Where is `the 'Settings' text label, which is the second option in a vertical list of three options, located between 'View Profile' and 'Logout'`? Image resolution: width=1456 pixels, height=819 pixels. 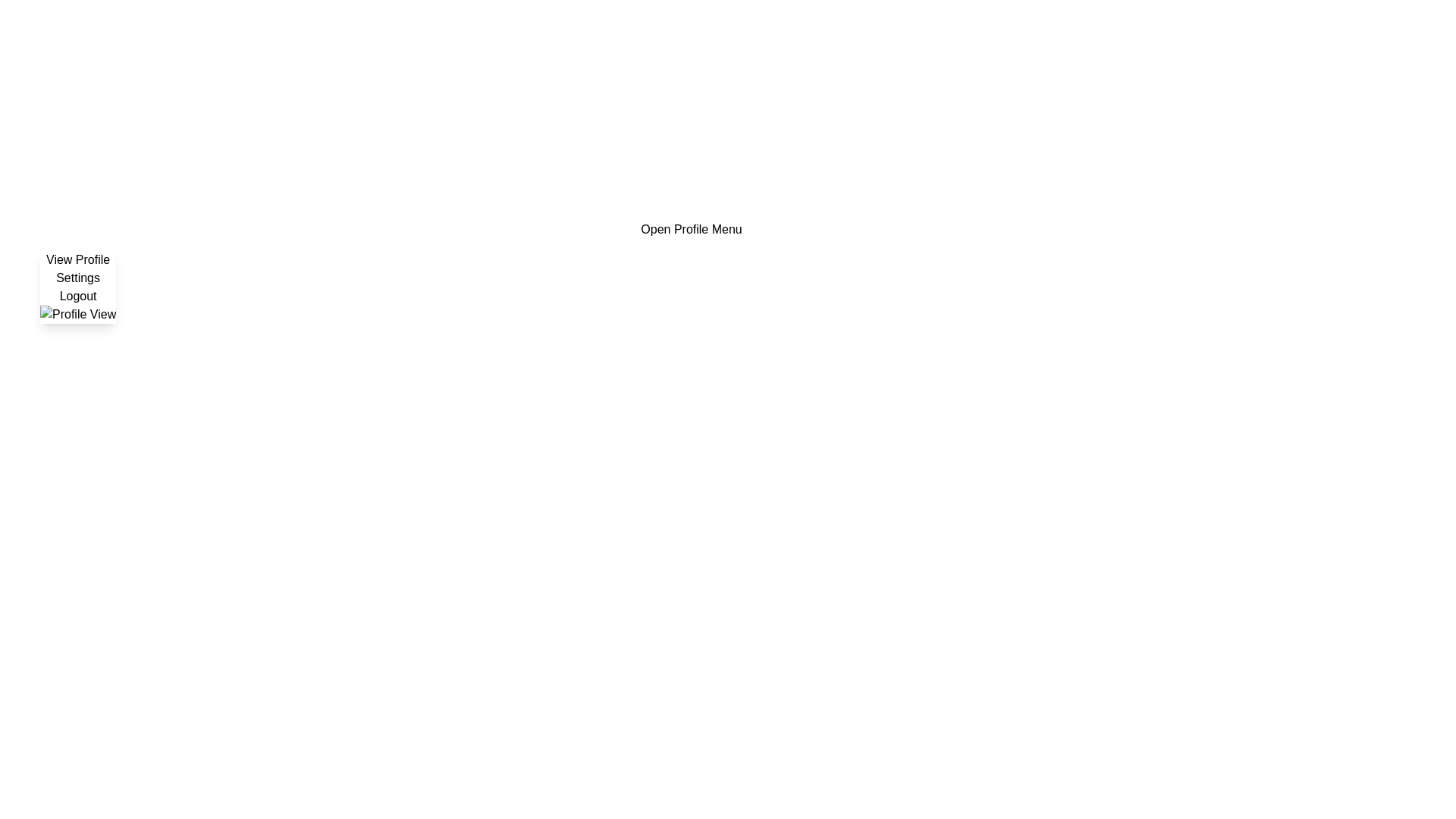 the 'Settings' text label, which is the second option in a vertical list of three options, located between 'View Profile' and 'Logout' is located at coordinates (77, 278).